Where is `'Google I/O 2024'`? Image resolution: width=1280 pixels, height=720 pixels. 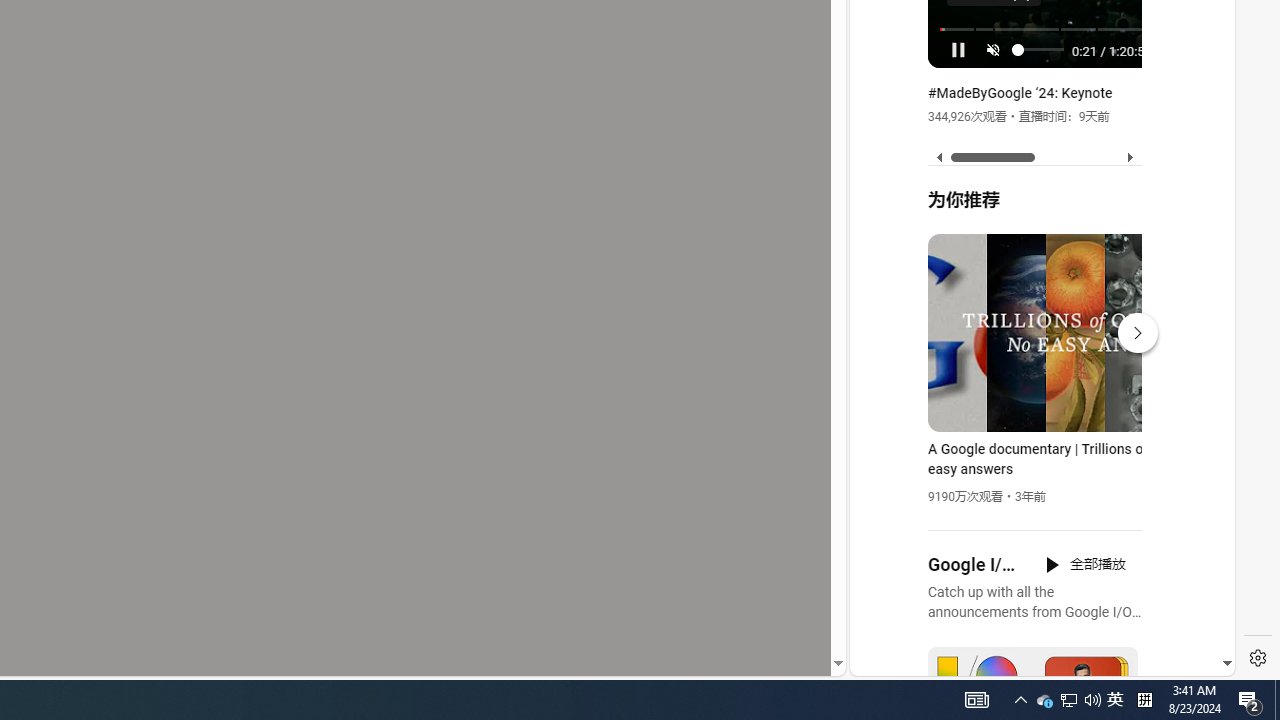 'Google I/O 2024' is located at coordinates (974, 565).